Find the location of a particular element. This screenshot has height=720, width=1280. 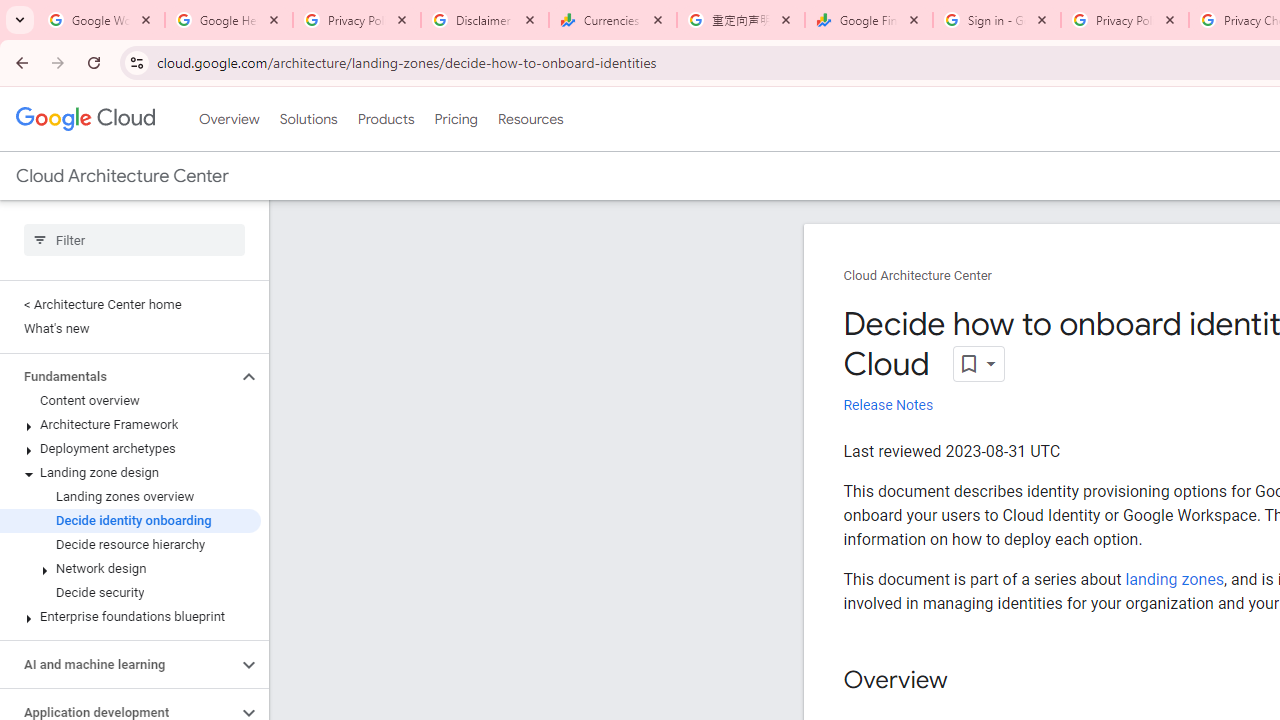

'< Architecture Center home' is located at coordinates (129, 304).